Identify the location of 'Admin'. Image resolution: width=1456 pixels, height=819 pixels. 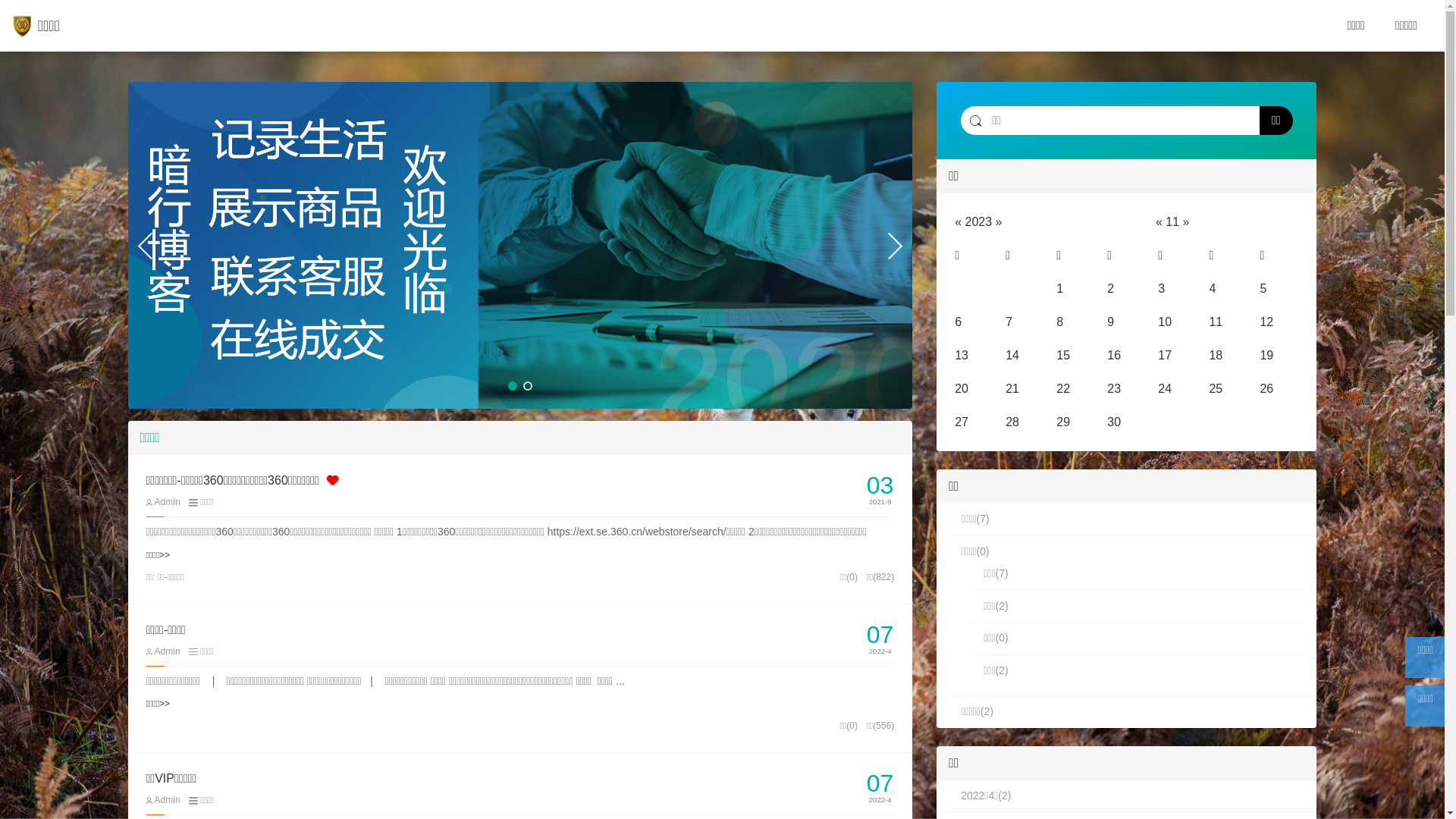
(162, 502).